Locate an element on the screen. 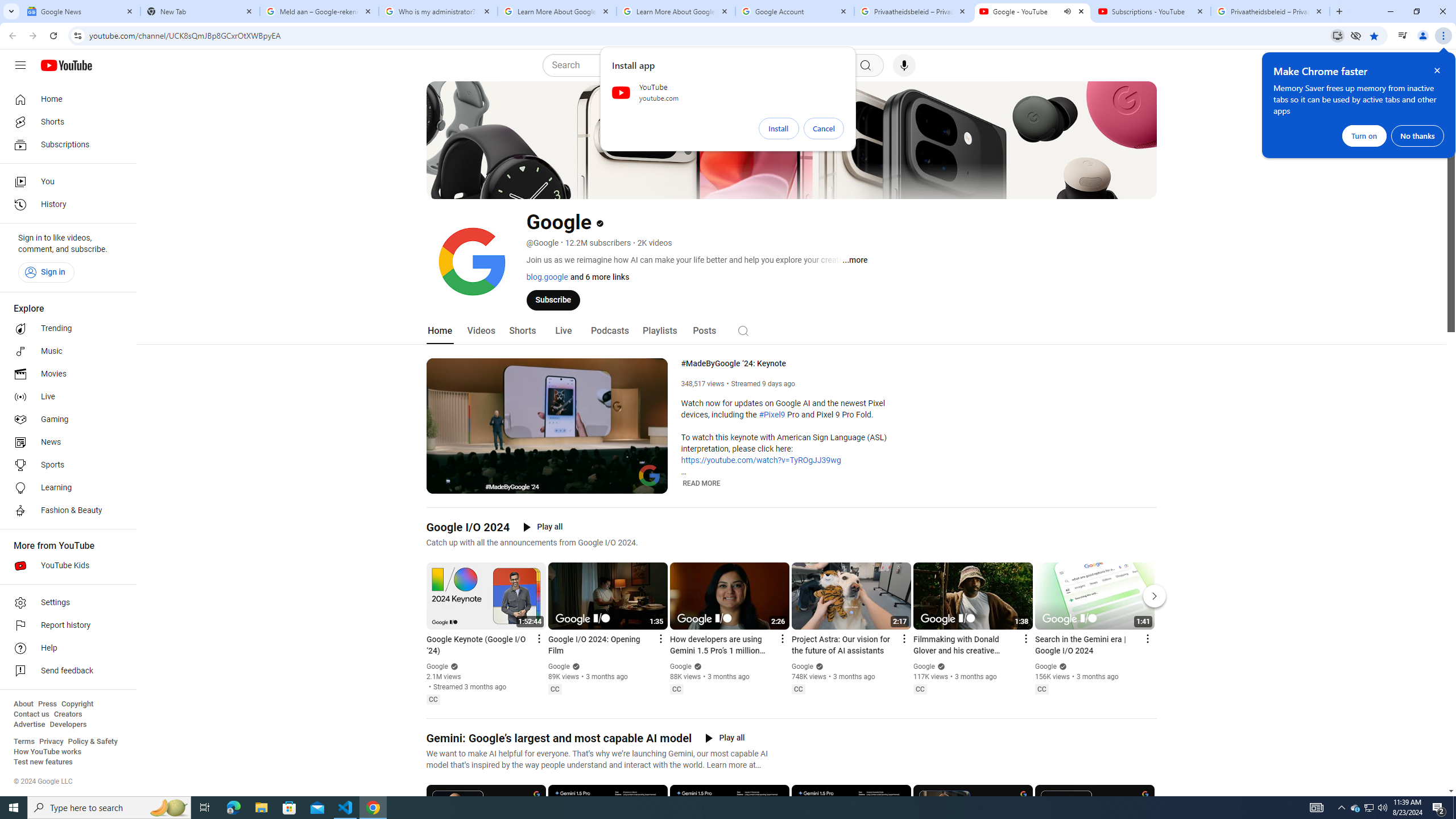 This screenshot has width=1456, height=819. 'Closed captions' is located at coordinates (1041, 688).